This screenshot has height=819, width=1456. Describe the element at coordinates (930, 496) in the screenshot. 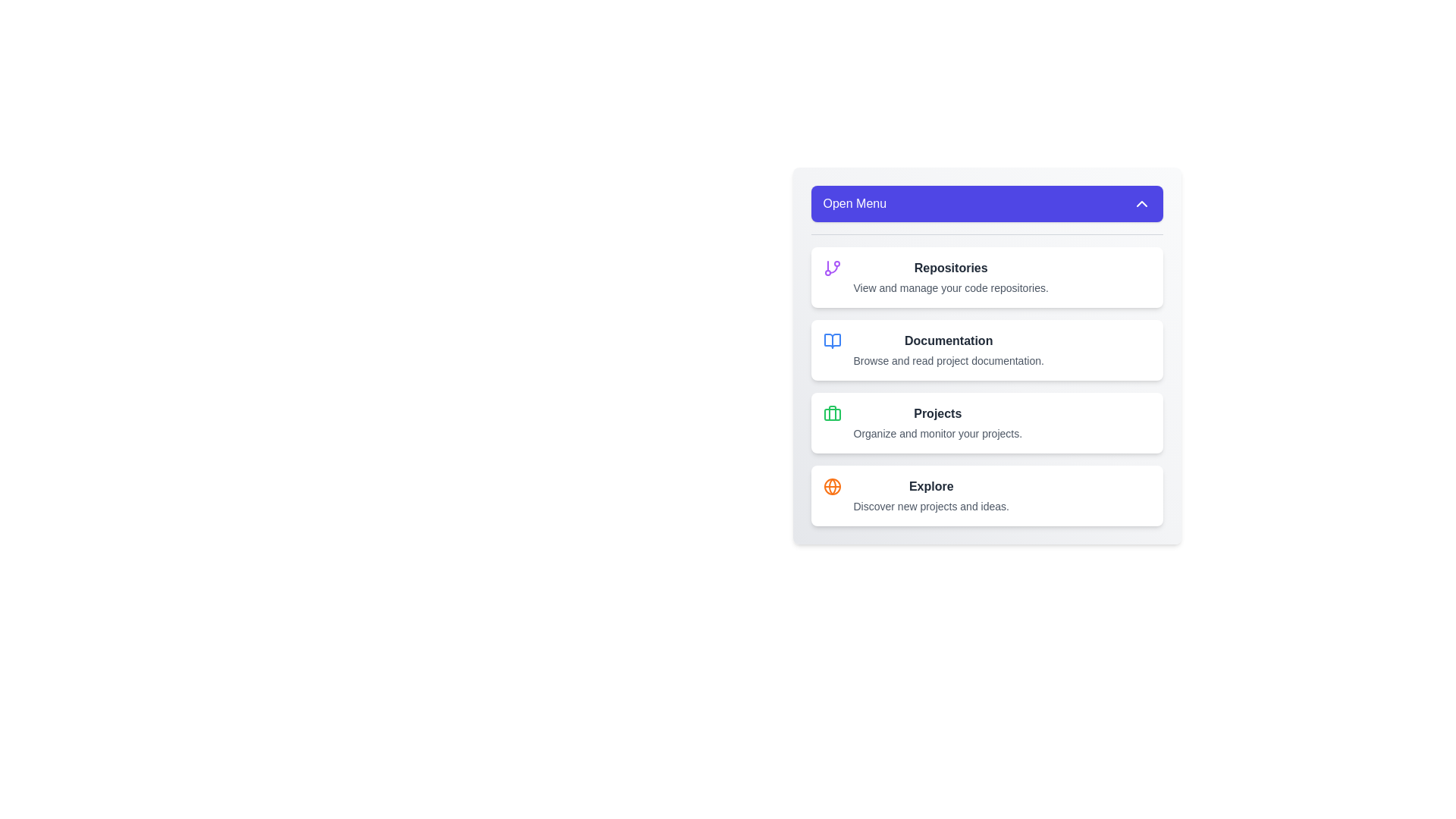

I see `the text block titled 'Explore' which includes the description 'Discover new projects and ideas.' positioned as the fourth item in a vertically stacked list menu` at that location.